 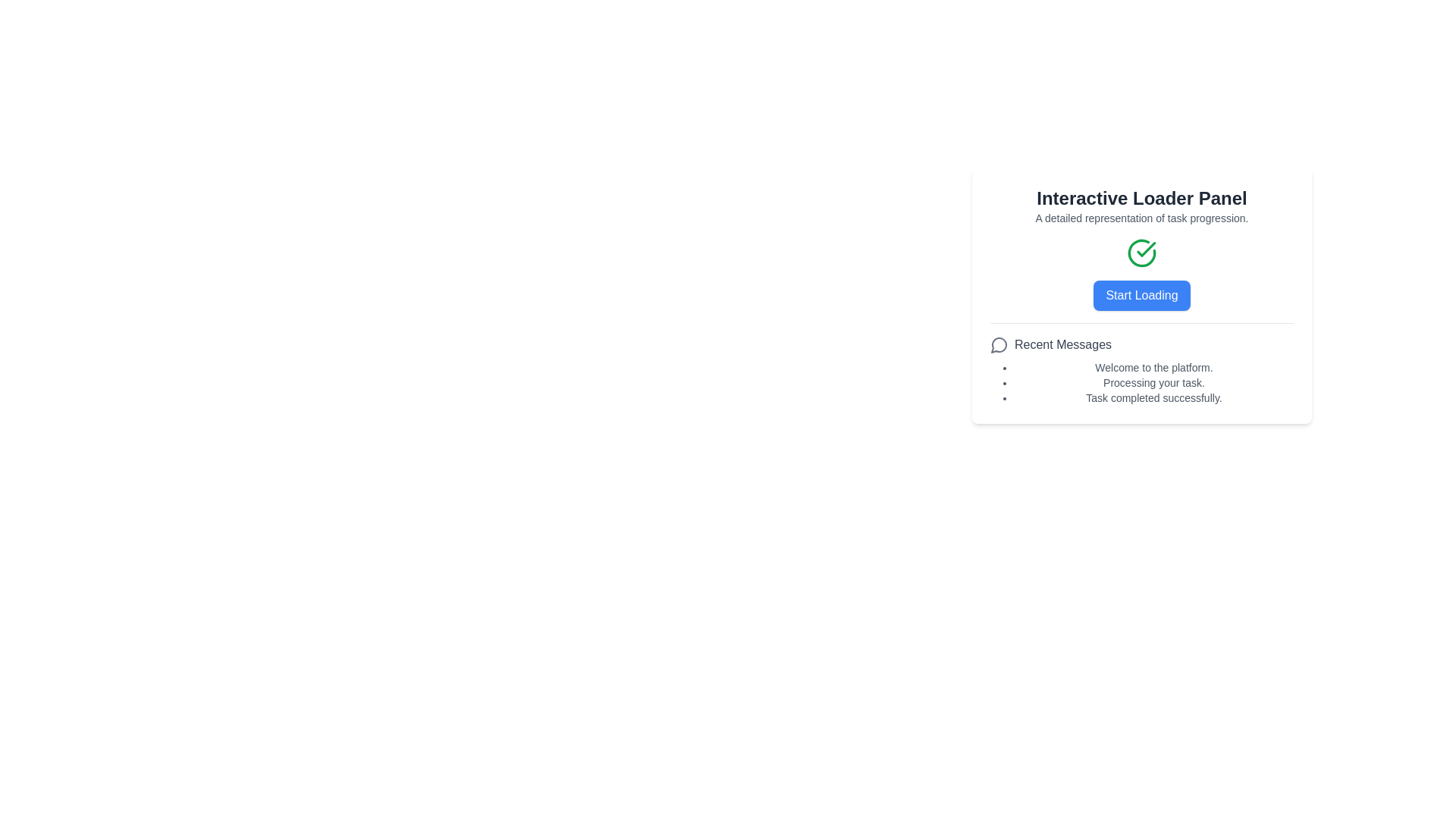 What do you see at coordinates (1142, 275) in the screenshot?
I see `the button within the Interactive section that indicates an actionable step to start a loading process, located in the Interactive Loader Panel` at bounding box center [1142, 275].